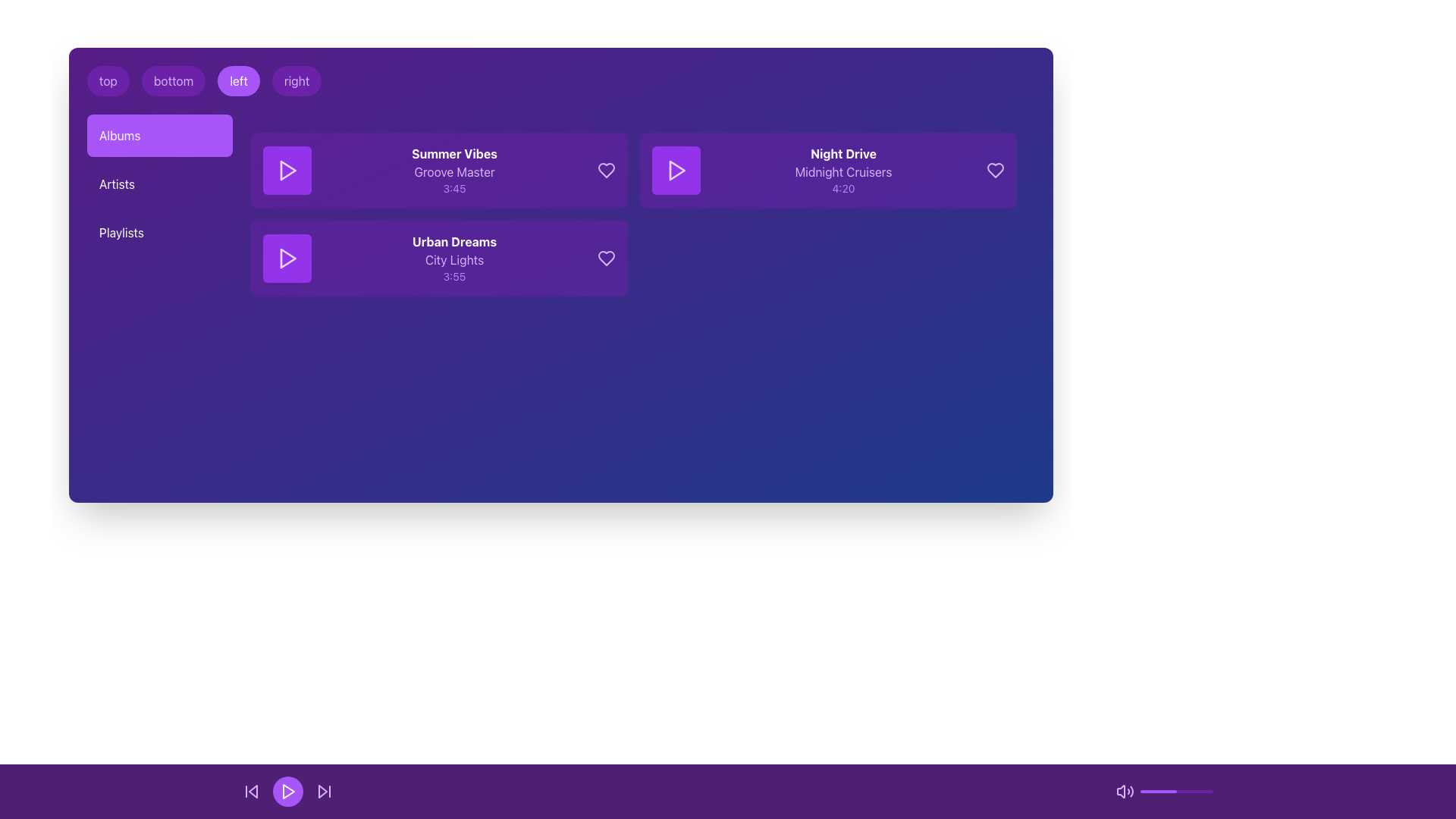  What do you see at coordinates (238, 81) in the screenshot?
I see `the button labeled 'left' which has a purple background and white text, located between the 'bottom' and 'right' buttons` at bounding box center [238, 81].